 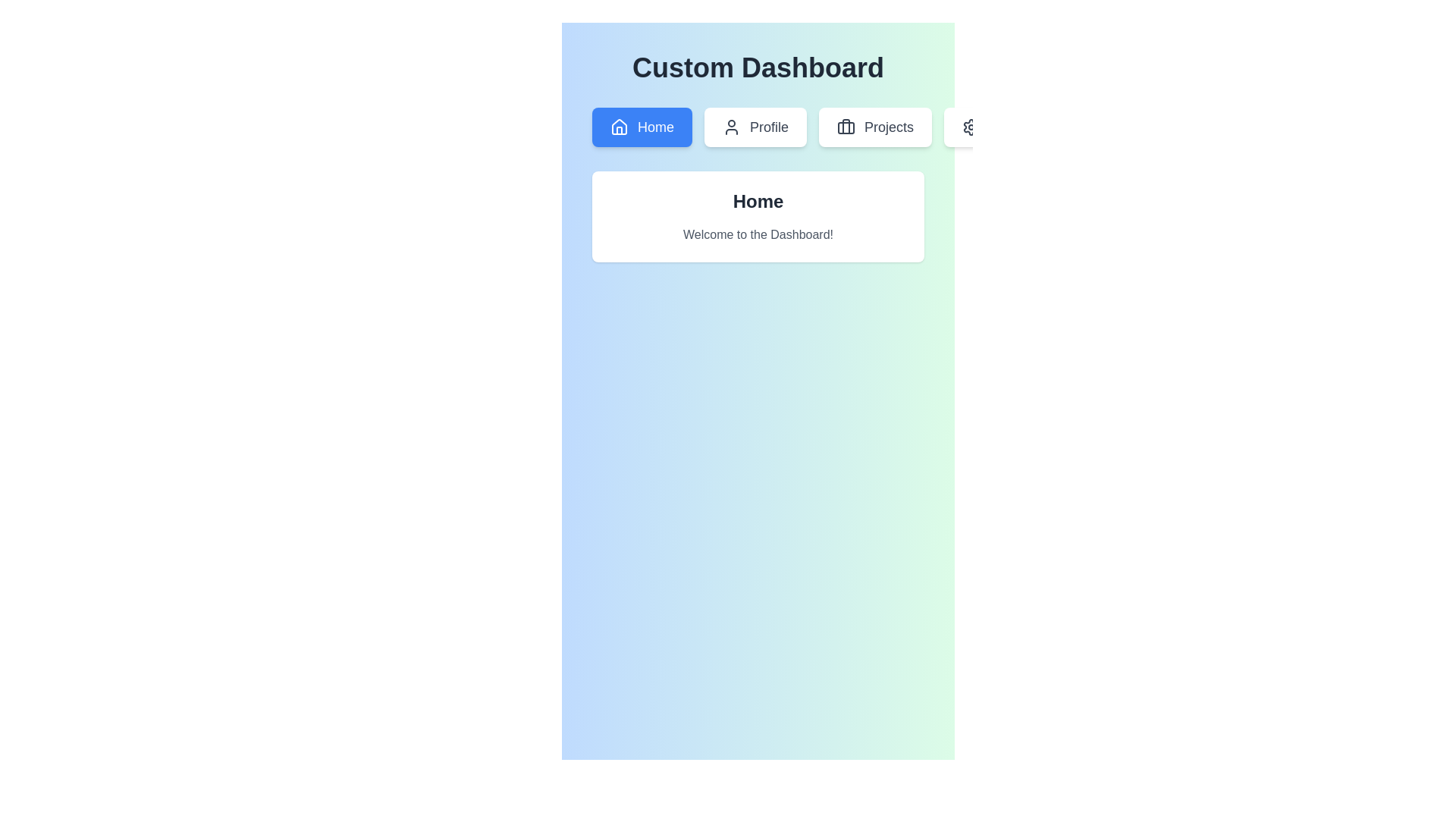 What do you see at coordinates (755, 127) in the screenshot?
I see `the 'Profile' button, which has a white background, gray text, and is located between the 'Home' and 'Projects' buttons` at bounding box center [755, 127].